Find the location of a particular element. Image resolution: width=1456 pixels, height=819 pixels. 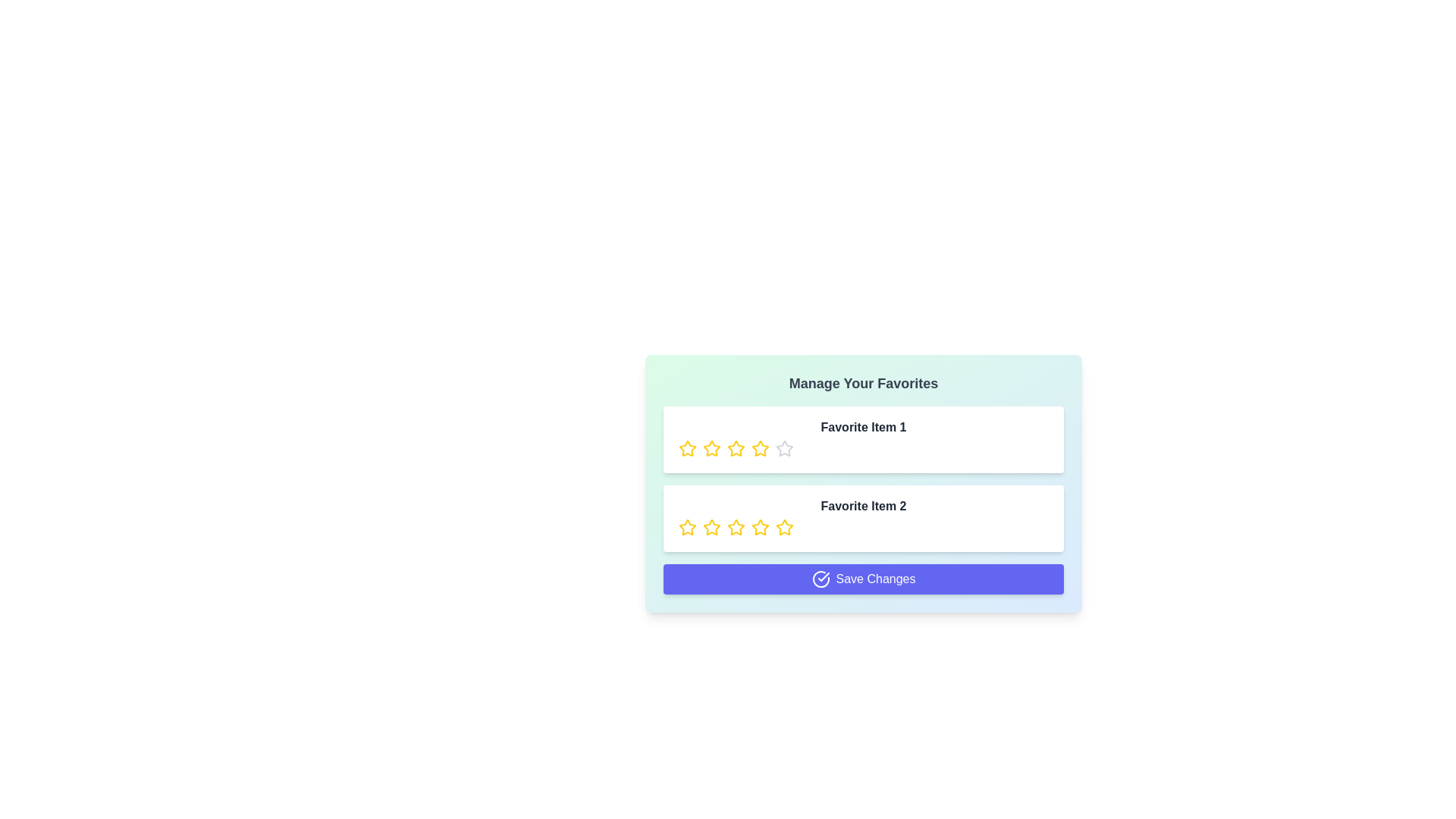

the rating of a favorite item to 1 stars is located at coordinates (687, 447).